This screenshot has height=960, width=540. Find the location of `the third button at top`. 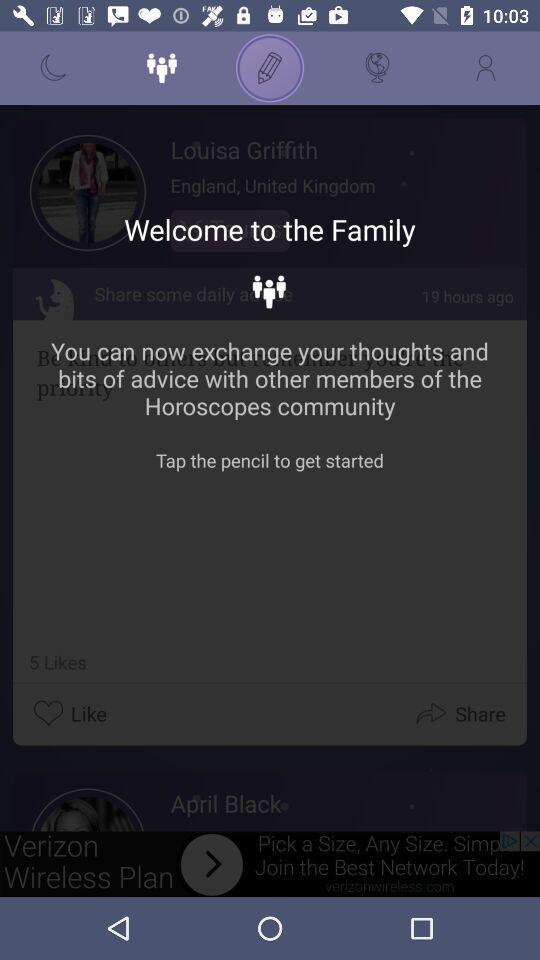

the third button at top is located at coordinates (270, 68).